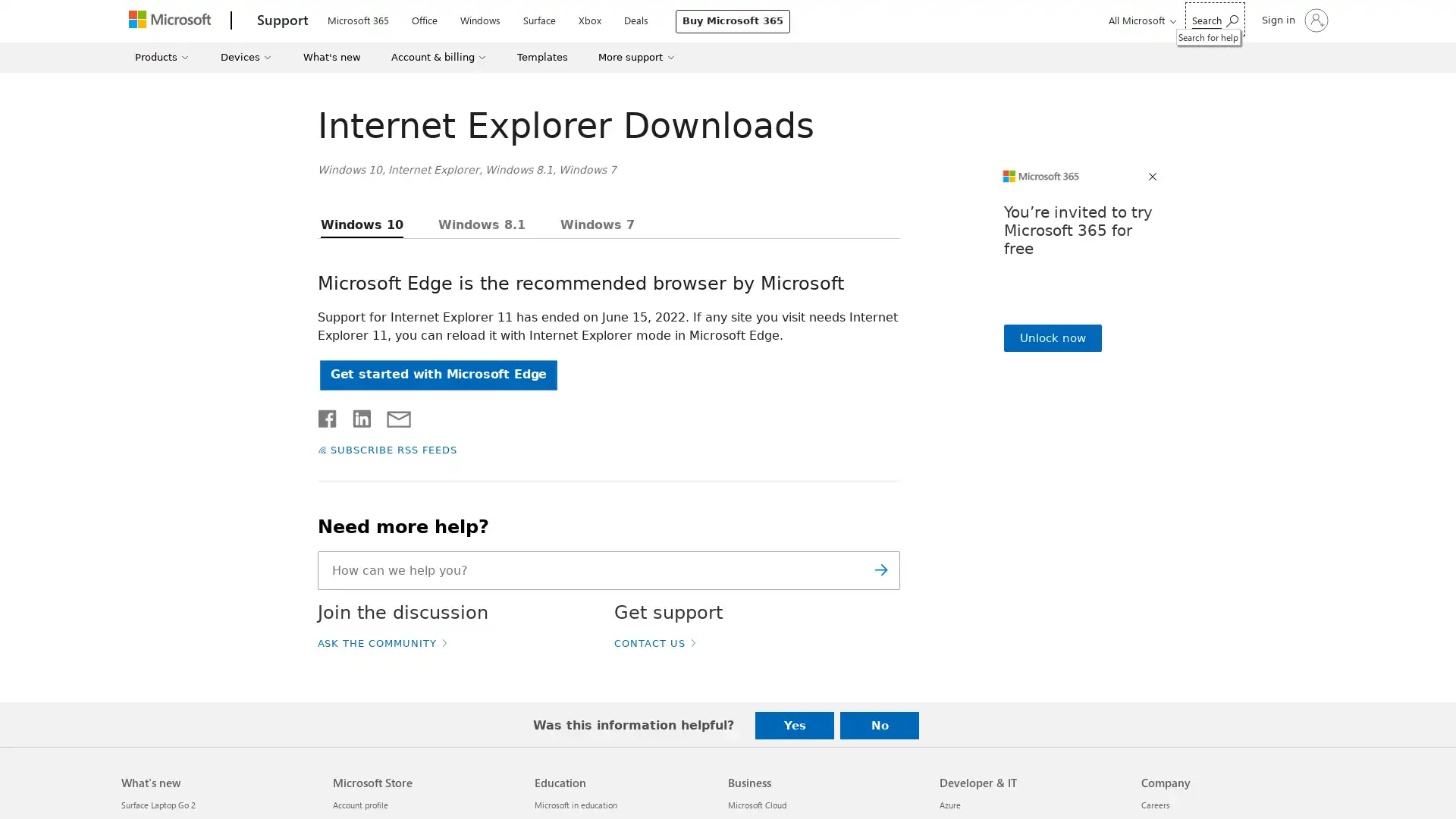 Image resolution: width=1456 pixels, height=819 pixels. Describe the element at coordinates (1140, 20) in the screenshot. I see `All Microsoft expand to see list of Microsoft products and services` at that location.